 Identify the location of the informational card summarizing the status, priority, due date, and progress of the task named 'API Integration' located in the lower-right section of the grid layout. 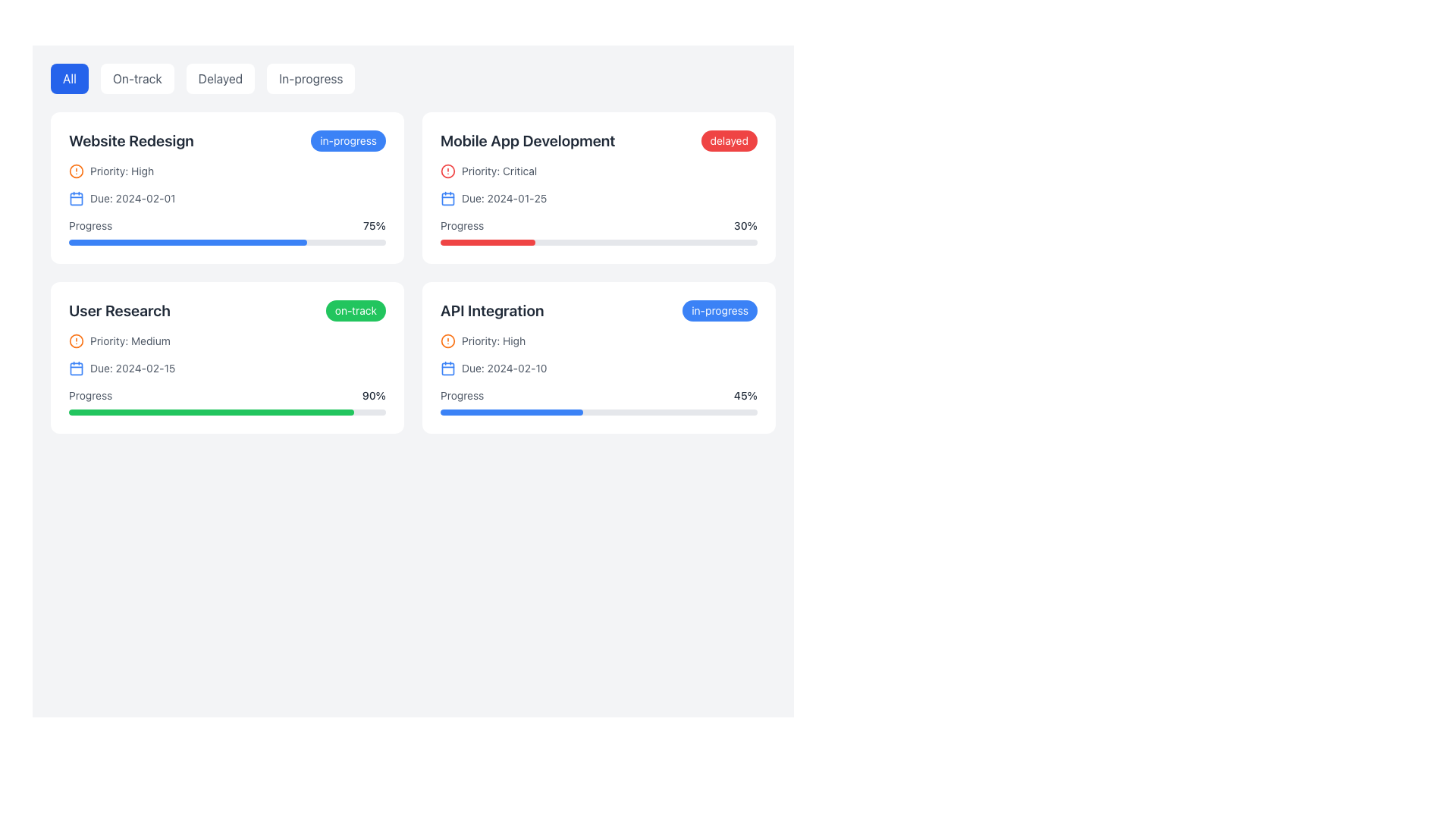
(598, 357).